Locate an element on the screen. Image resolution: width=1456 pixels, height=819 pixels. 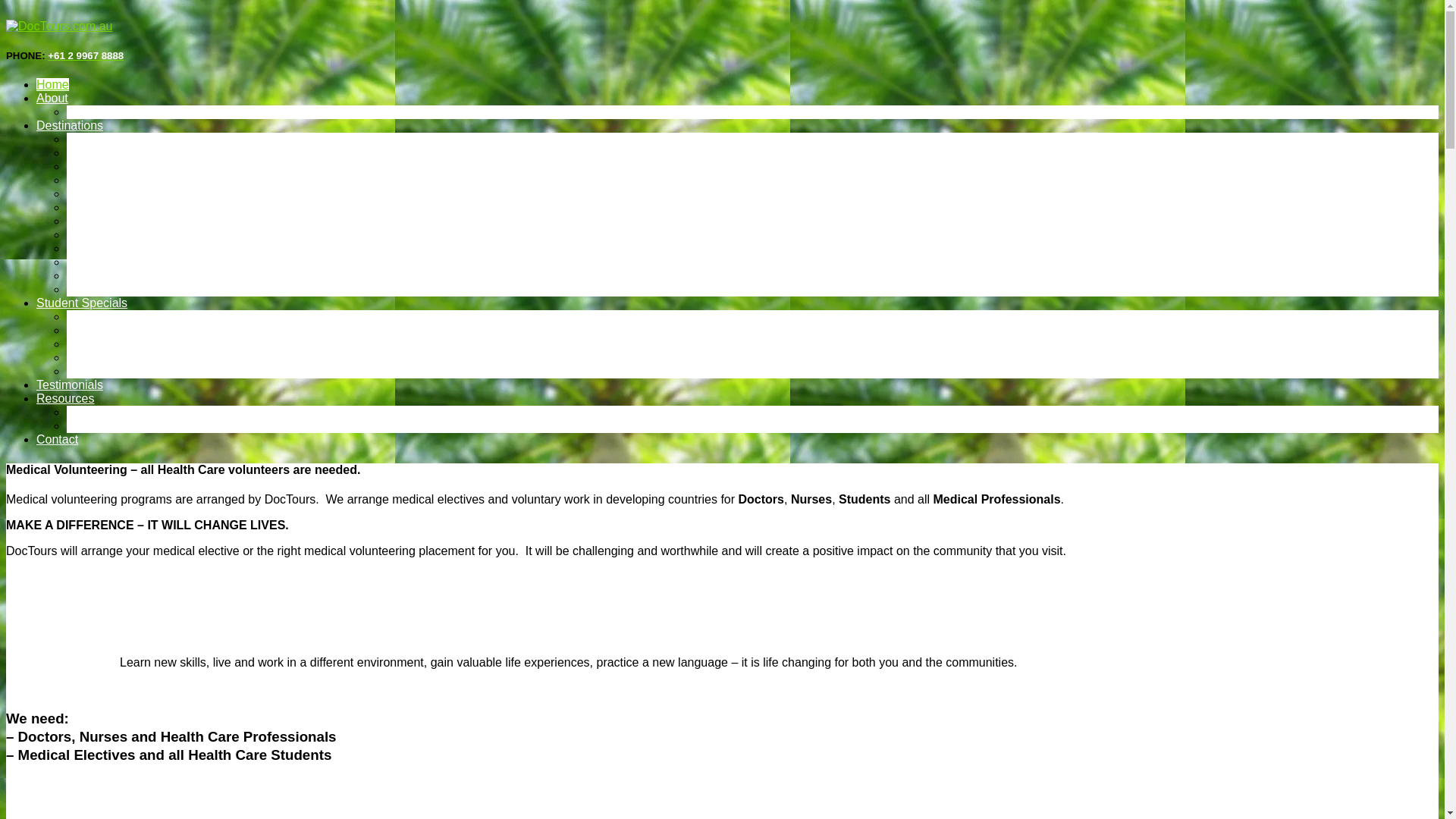
'Fiji for students' is located at coordinates (107, 315).